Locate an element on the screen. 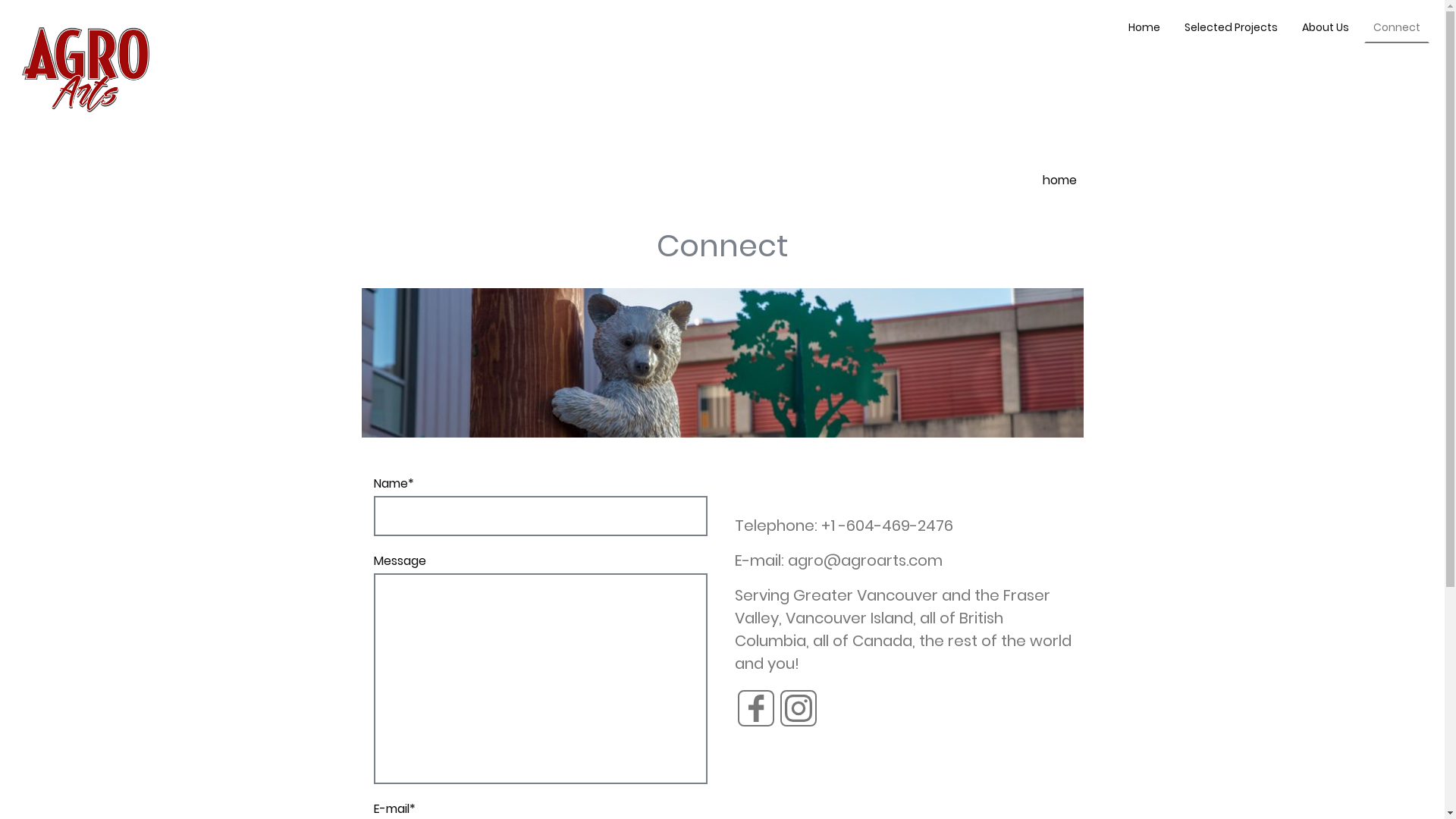 Image resolution: width=1456 pixels, height=819 pixels. 'About Us' is located at coordinates (1324, 27).